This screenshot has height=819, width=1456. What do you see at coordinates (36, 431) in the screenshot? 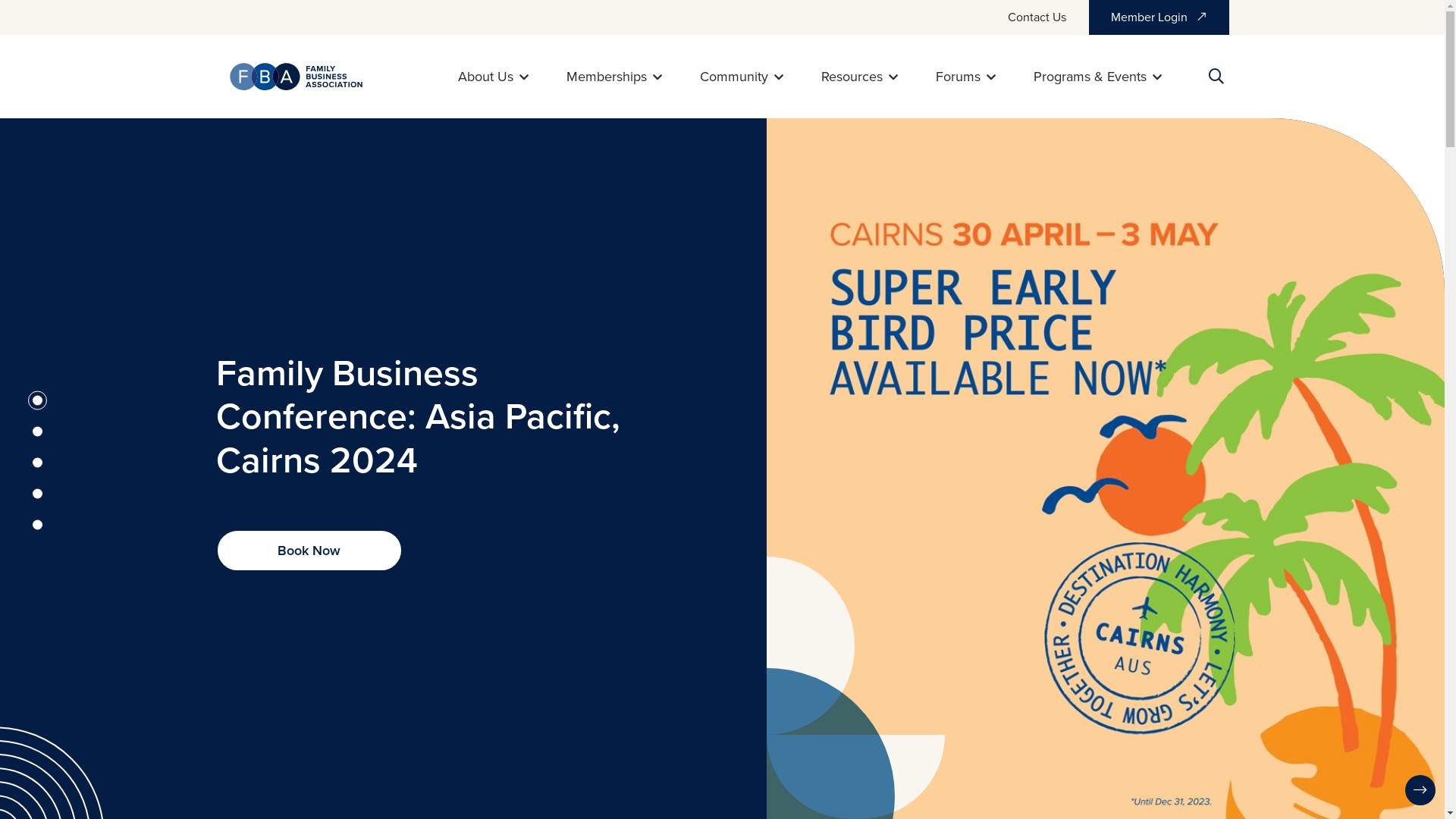
I see `'2'` at bounding box center [36, 431].